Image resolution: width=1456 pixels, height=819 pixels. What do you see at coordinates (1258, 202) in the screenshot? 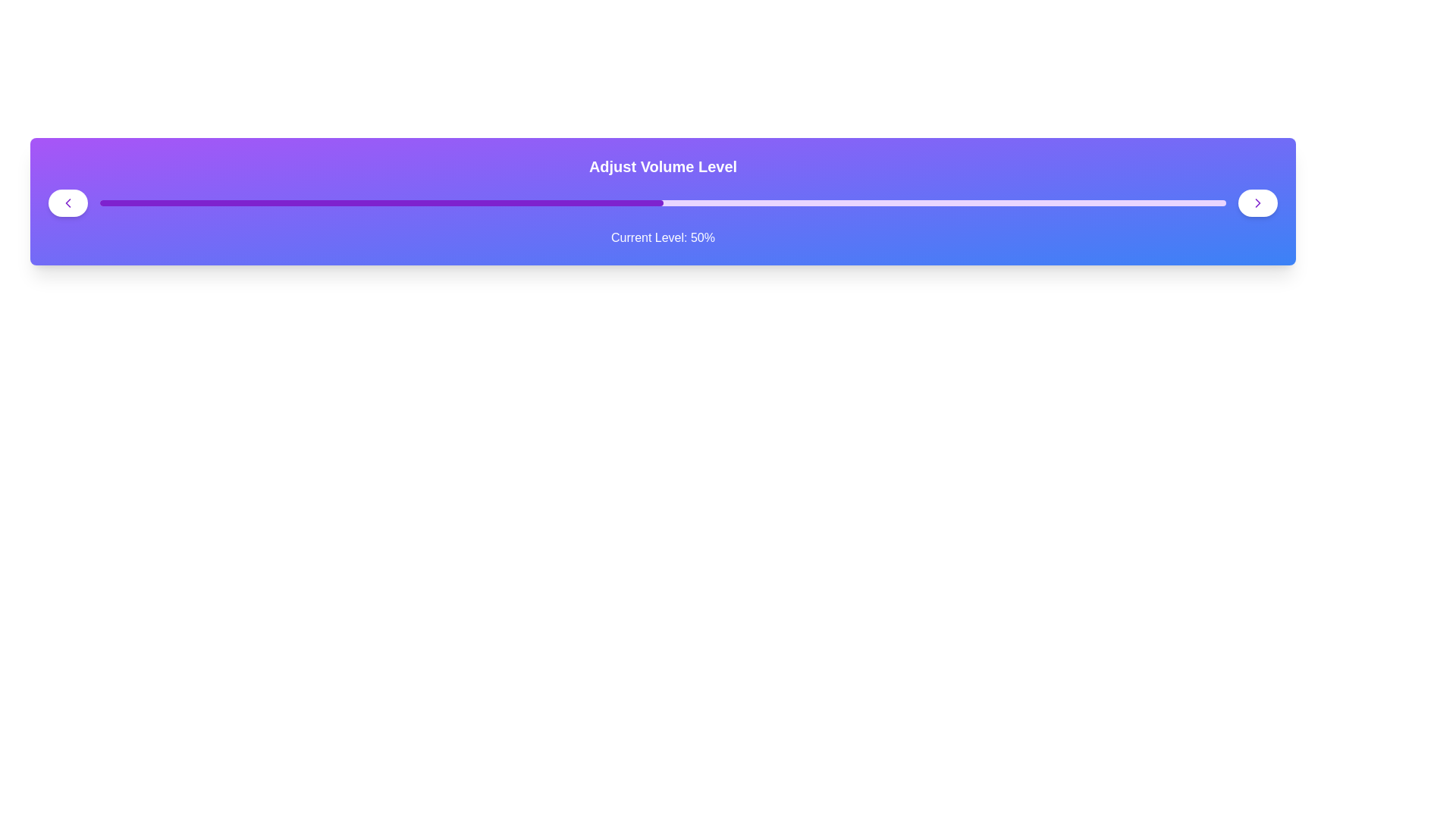
I see `the 'Increase volume' button located at the far right side of the horizontal group of controls for keyboard interaction` at bounding box center [1258, 202].